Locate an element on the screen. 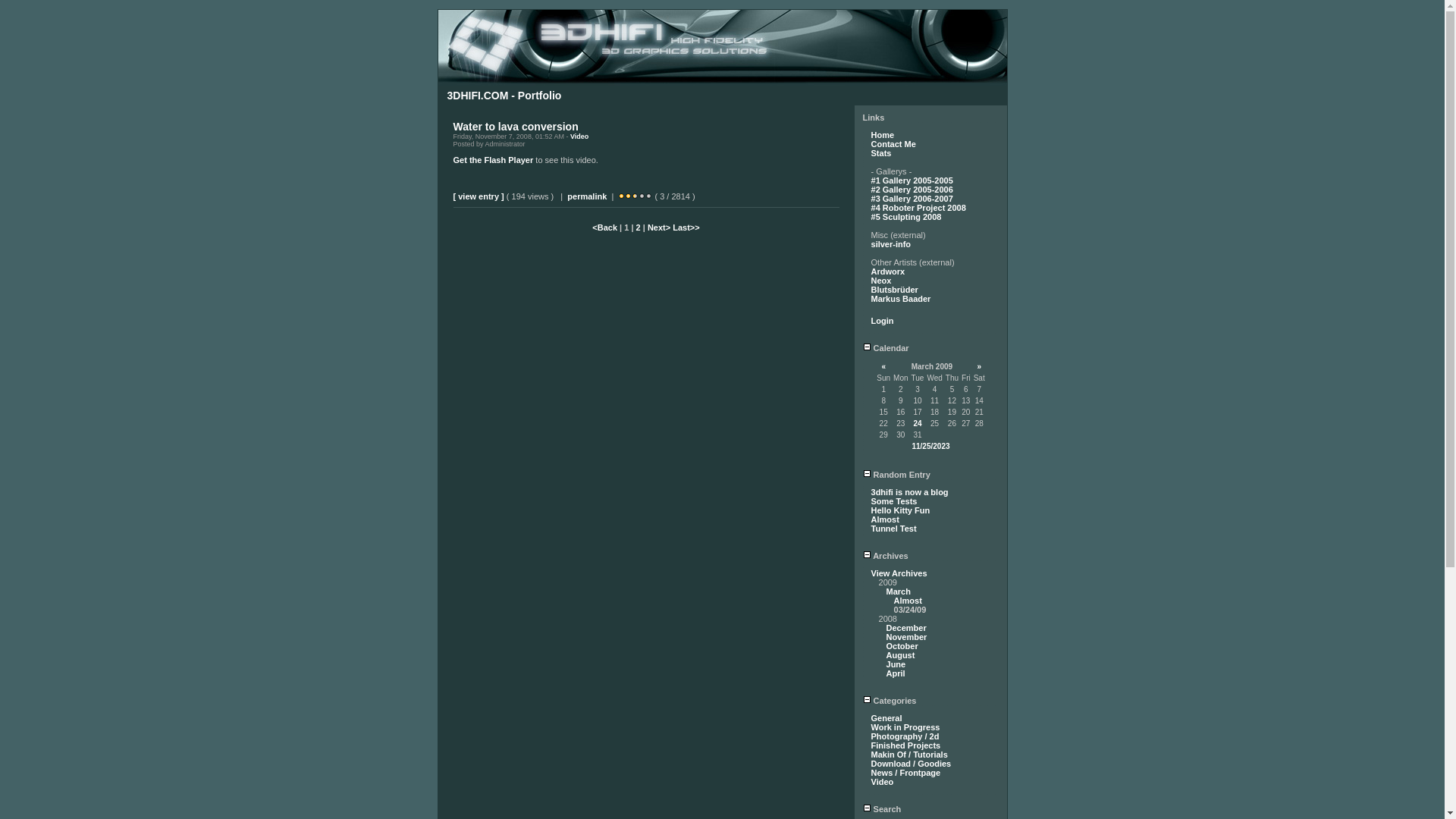 This screenshot has width=1456, height=819. 'March' is located at coordinates (899, 590).